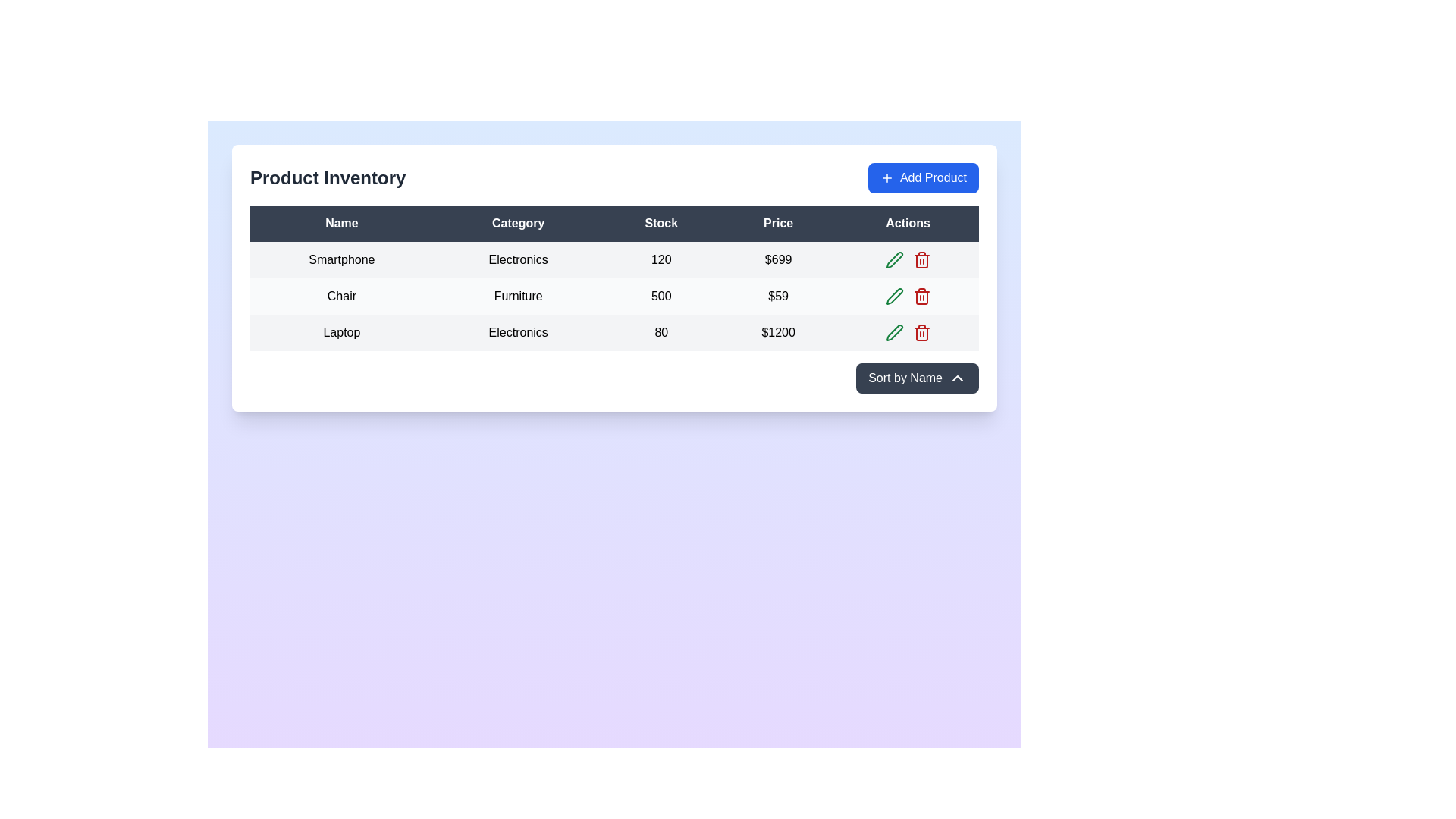 The height and width of the screenshot is (819, 1456). I want to click on the 'Stock' value text of the 'Laptop' item in the inventory table, so click(661, 332).